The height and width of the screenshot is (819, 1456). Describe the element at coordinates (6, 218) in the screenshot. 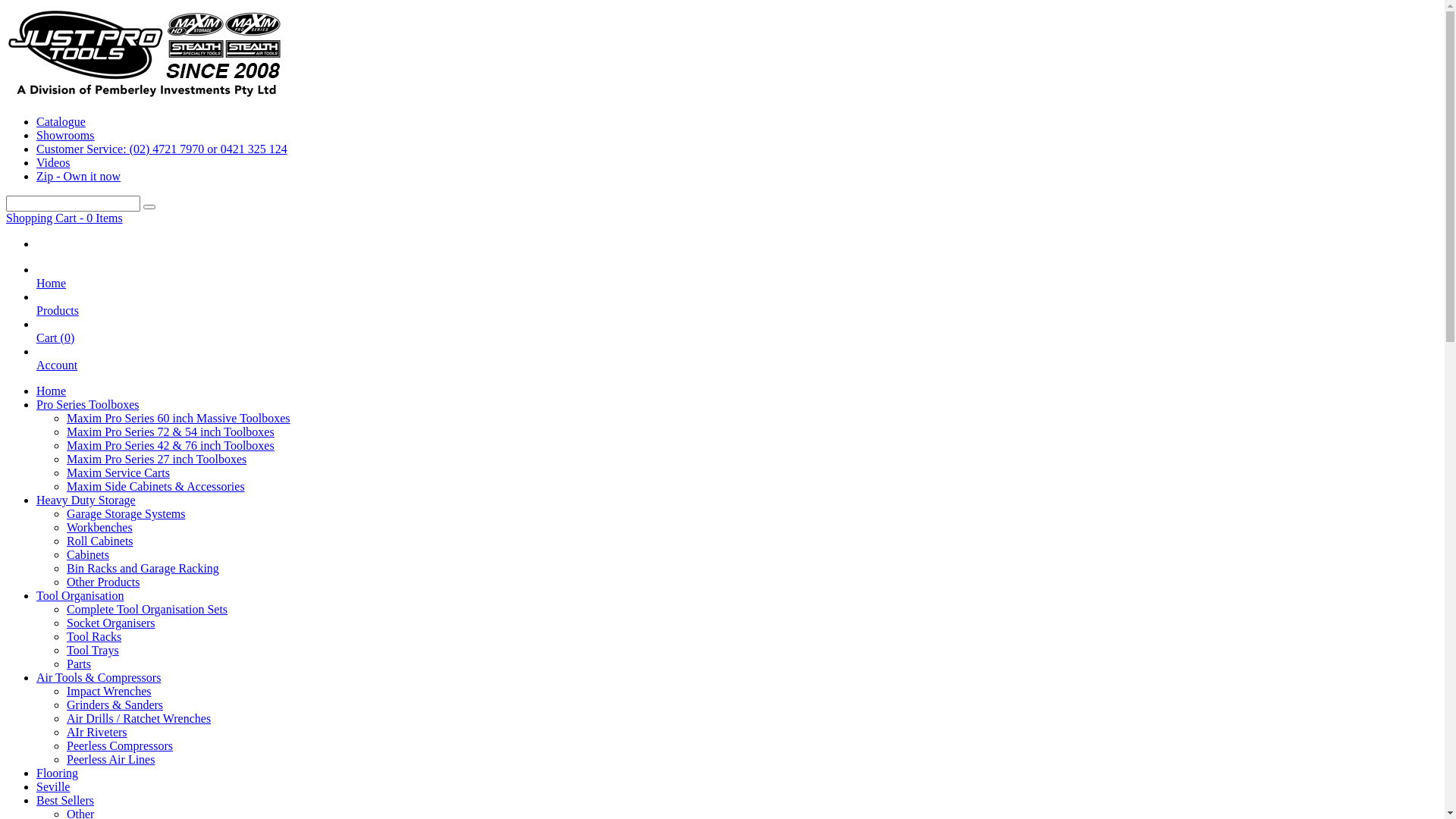

I see `'Shopping Cart - 0 Items'` at that location.